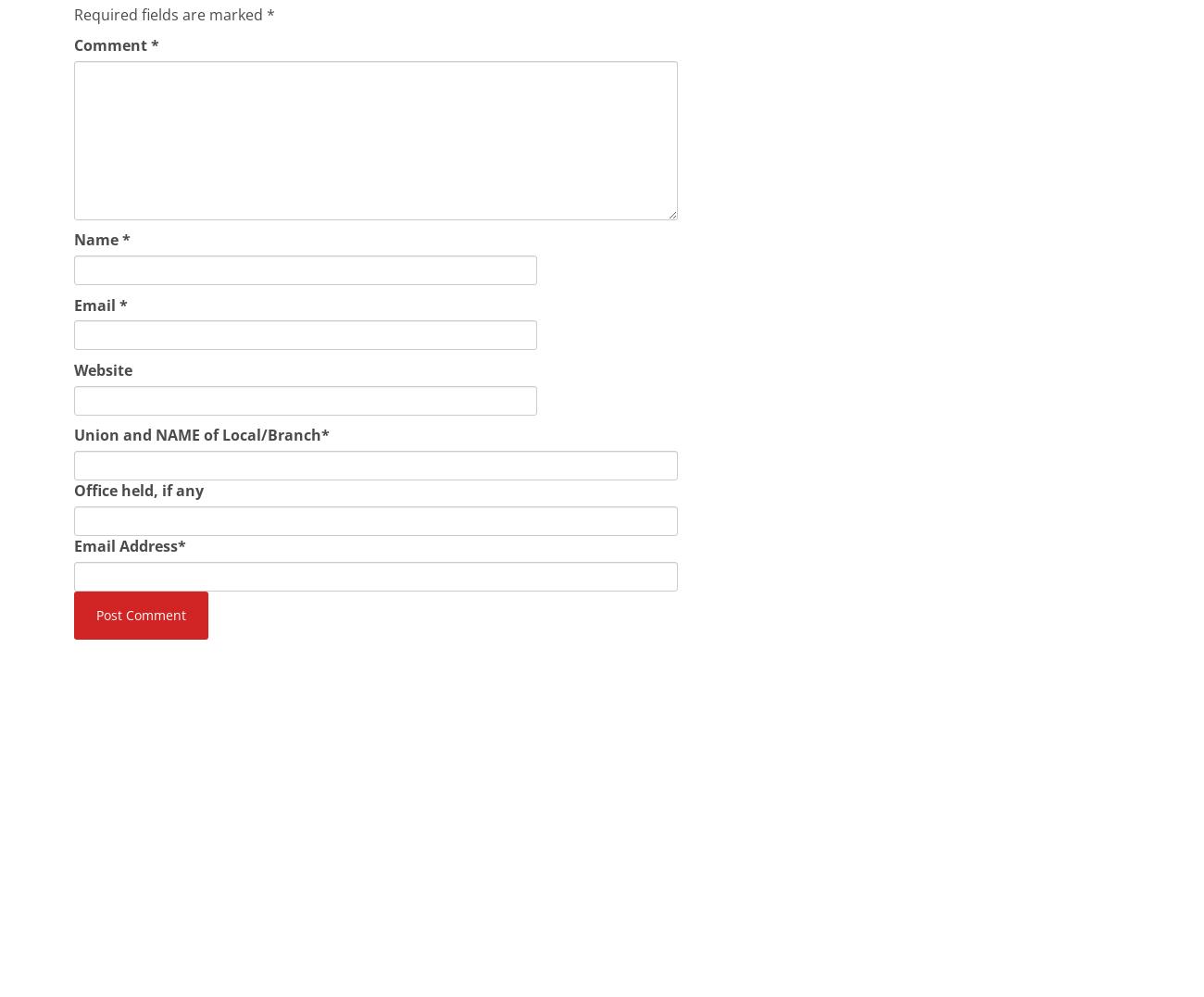 The height and width of the screenshot is (997, 1204). What do you see at coordinates (73, 44) in the screenshot?
I see `'Comment'` at bounding box center [73, 44].